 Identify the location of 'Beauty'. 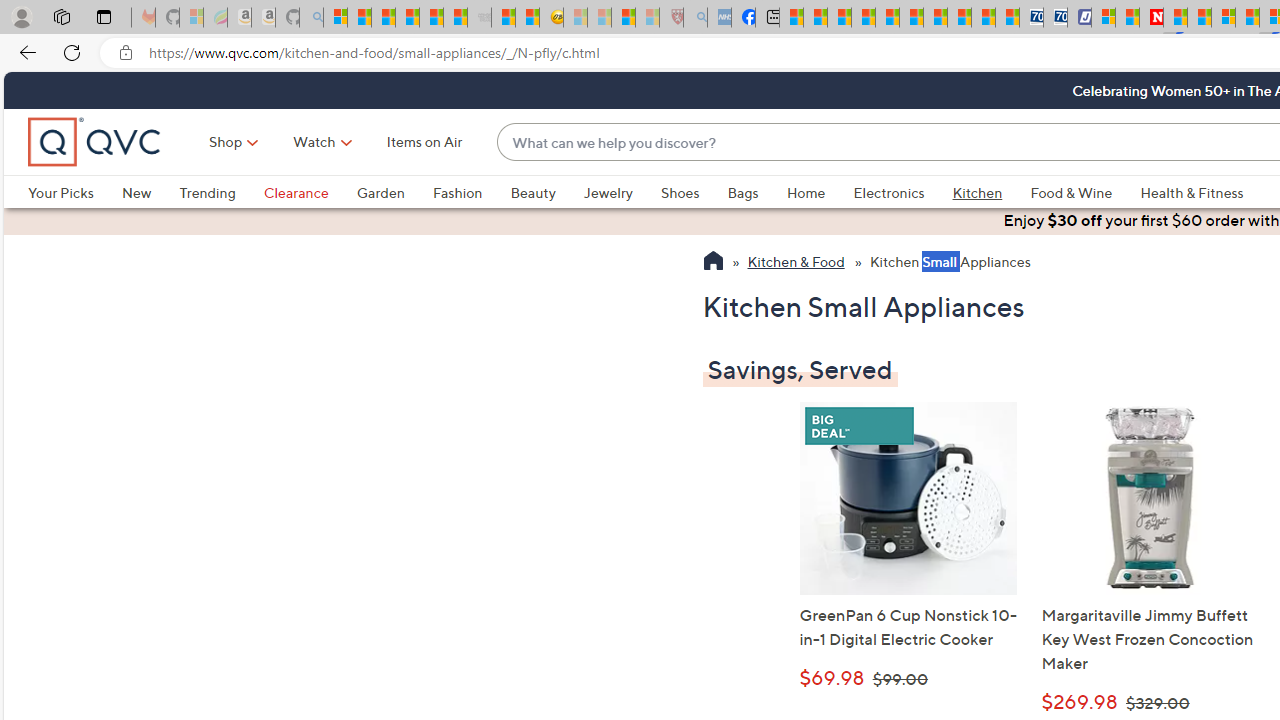
(532, 192).